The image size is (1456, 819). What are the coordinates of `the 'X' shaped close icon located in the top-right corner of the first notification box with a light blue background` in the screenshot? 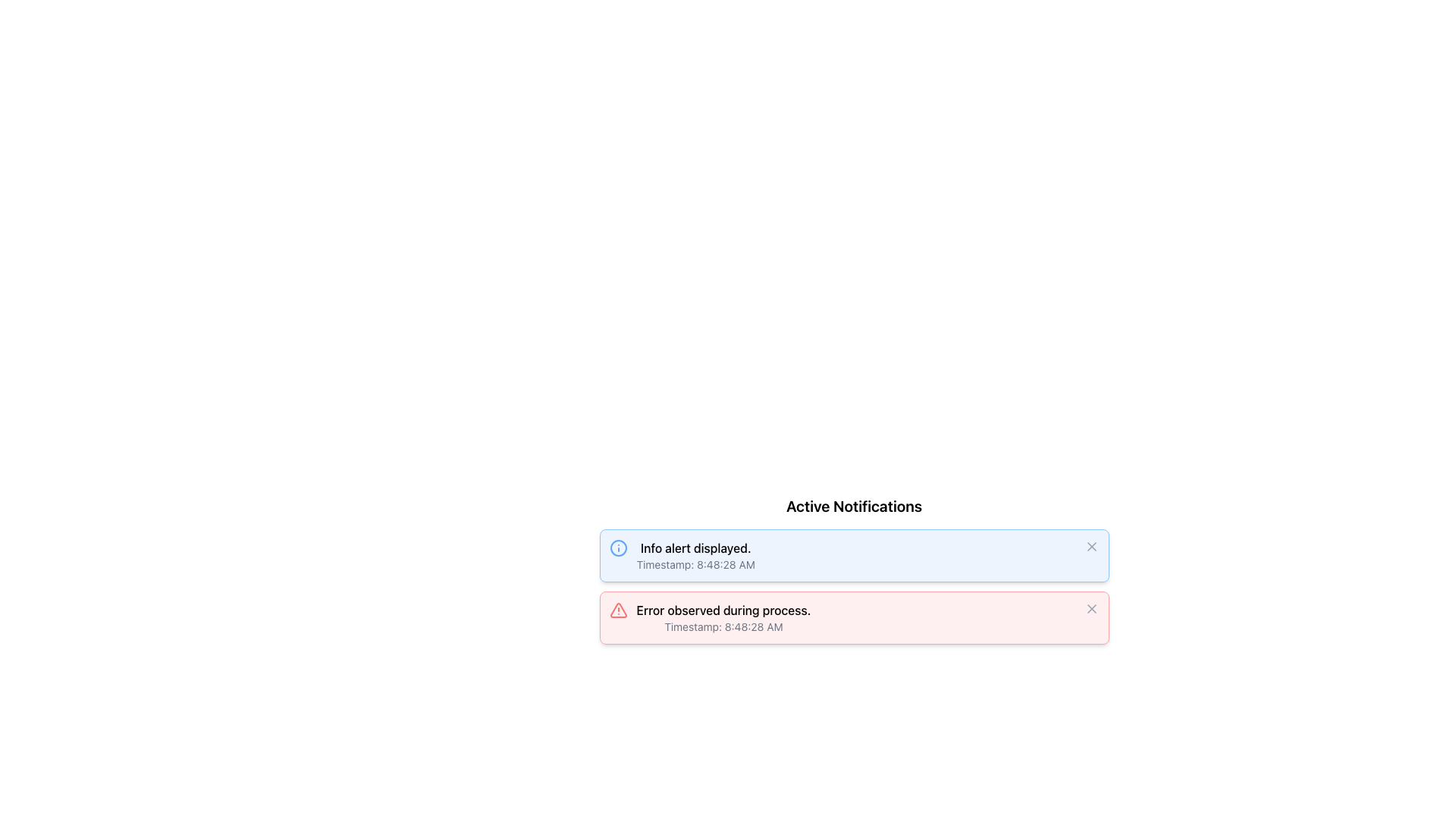 It's located at (1090, 547).